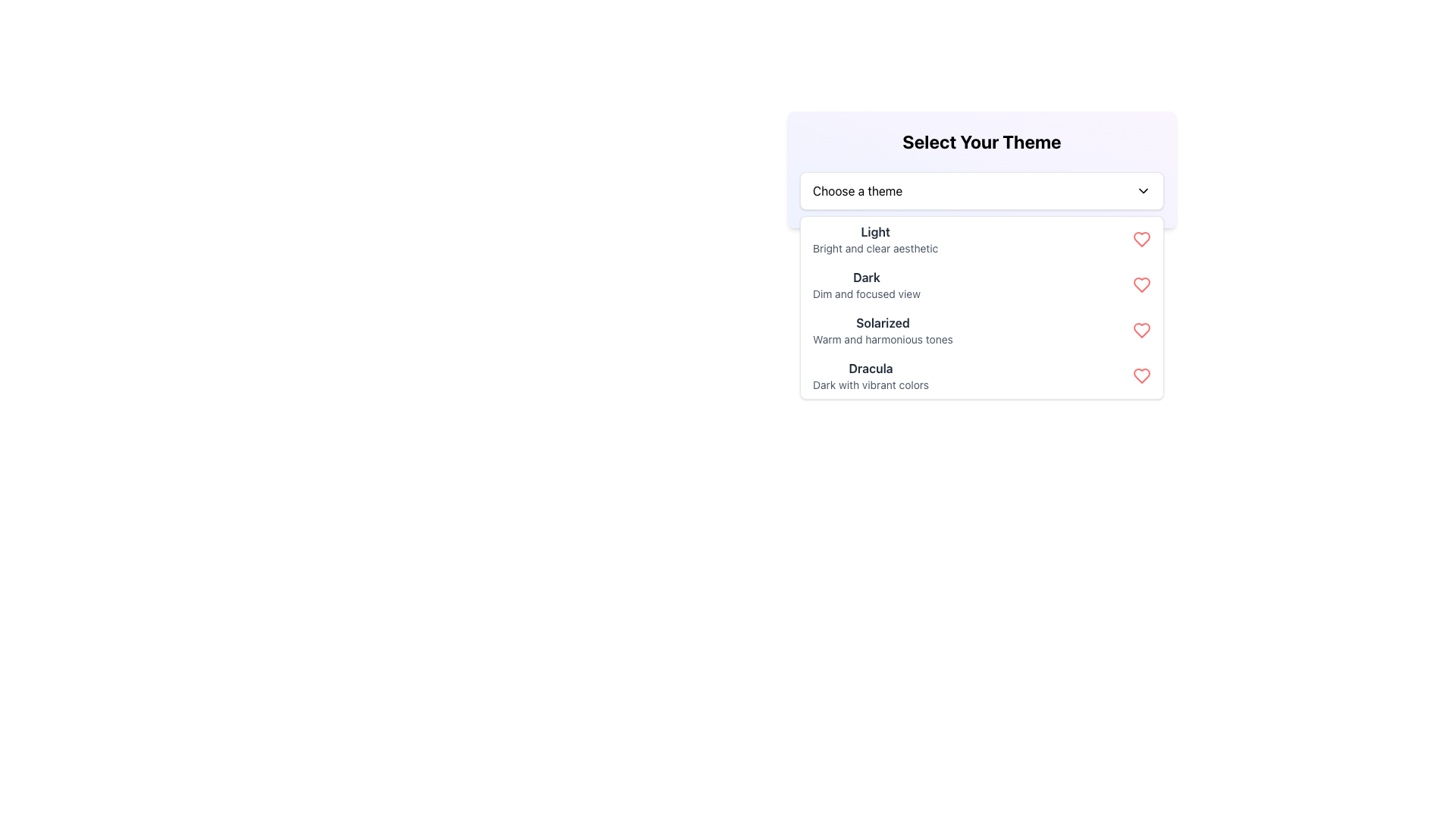 The width and height of the screenshot is (1456, 819). What do you see at coordinates (1143, 190) in the screenshot?
I see `the chevron-down icon located at the far-right side of the 'Choose a theme' text` at bounding box center [1143, 190].